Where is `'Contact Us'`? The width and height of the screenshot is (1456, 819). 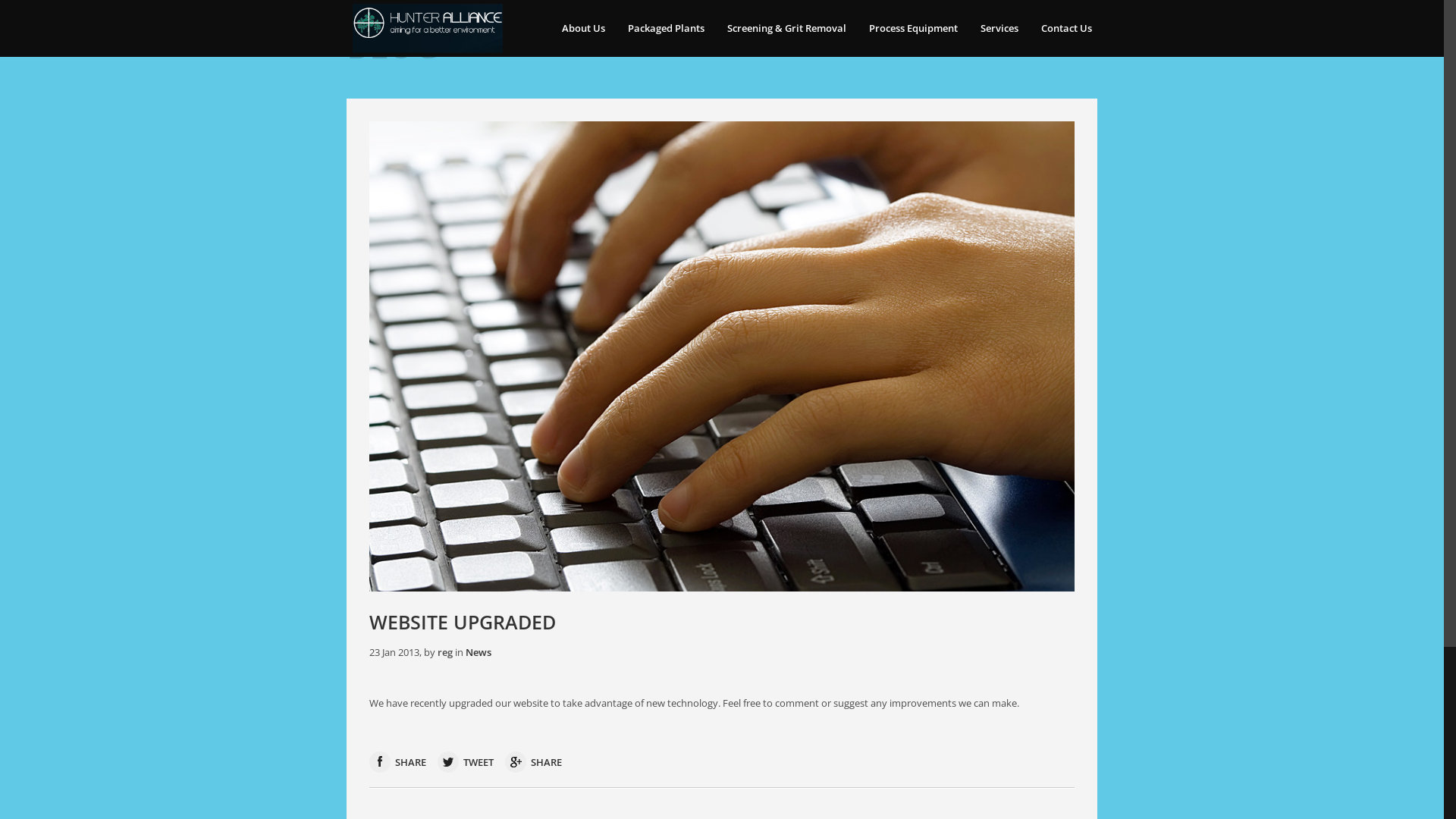
'Contact Us' is located at coordinates (1065, 28).